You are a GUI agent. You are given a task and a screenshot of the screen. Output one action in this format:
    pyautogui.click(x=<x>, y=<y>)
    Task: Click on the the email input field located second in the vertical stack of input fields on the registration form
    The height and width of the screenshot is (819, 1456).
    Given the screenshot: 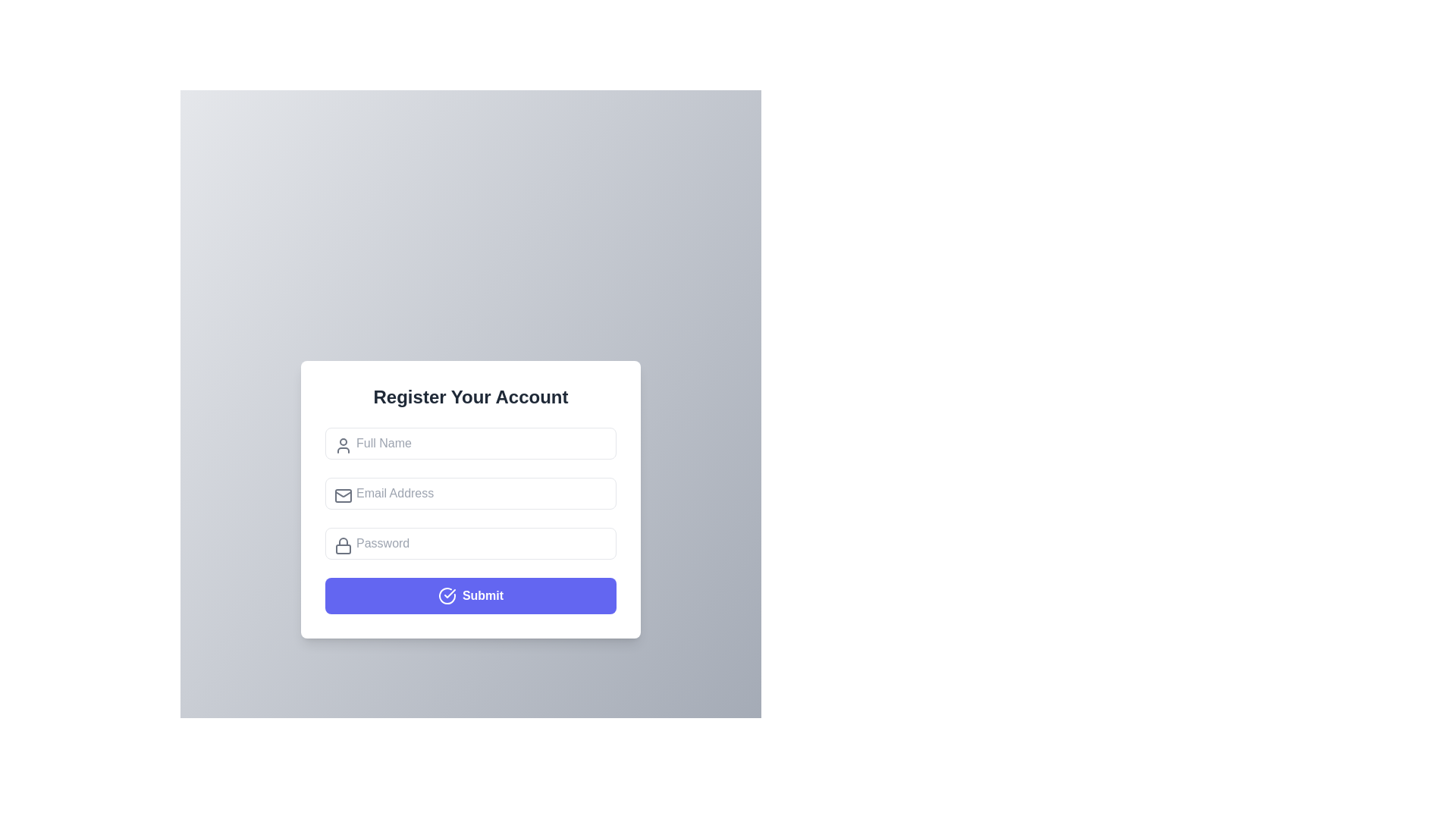 What is the action you would take?
    pyautogui.click(x=469, y=493)
    